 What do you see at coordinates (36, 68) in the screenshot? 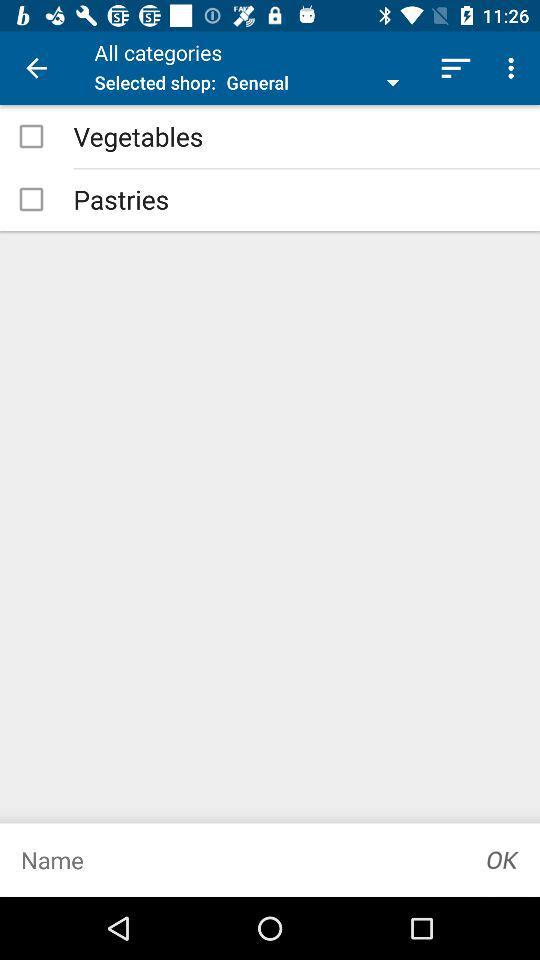
I see `item next to the all categories item` at bounding box center [36, 68].